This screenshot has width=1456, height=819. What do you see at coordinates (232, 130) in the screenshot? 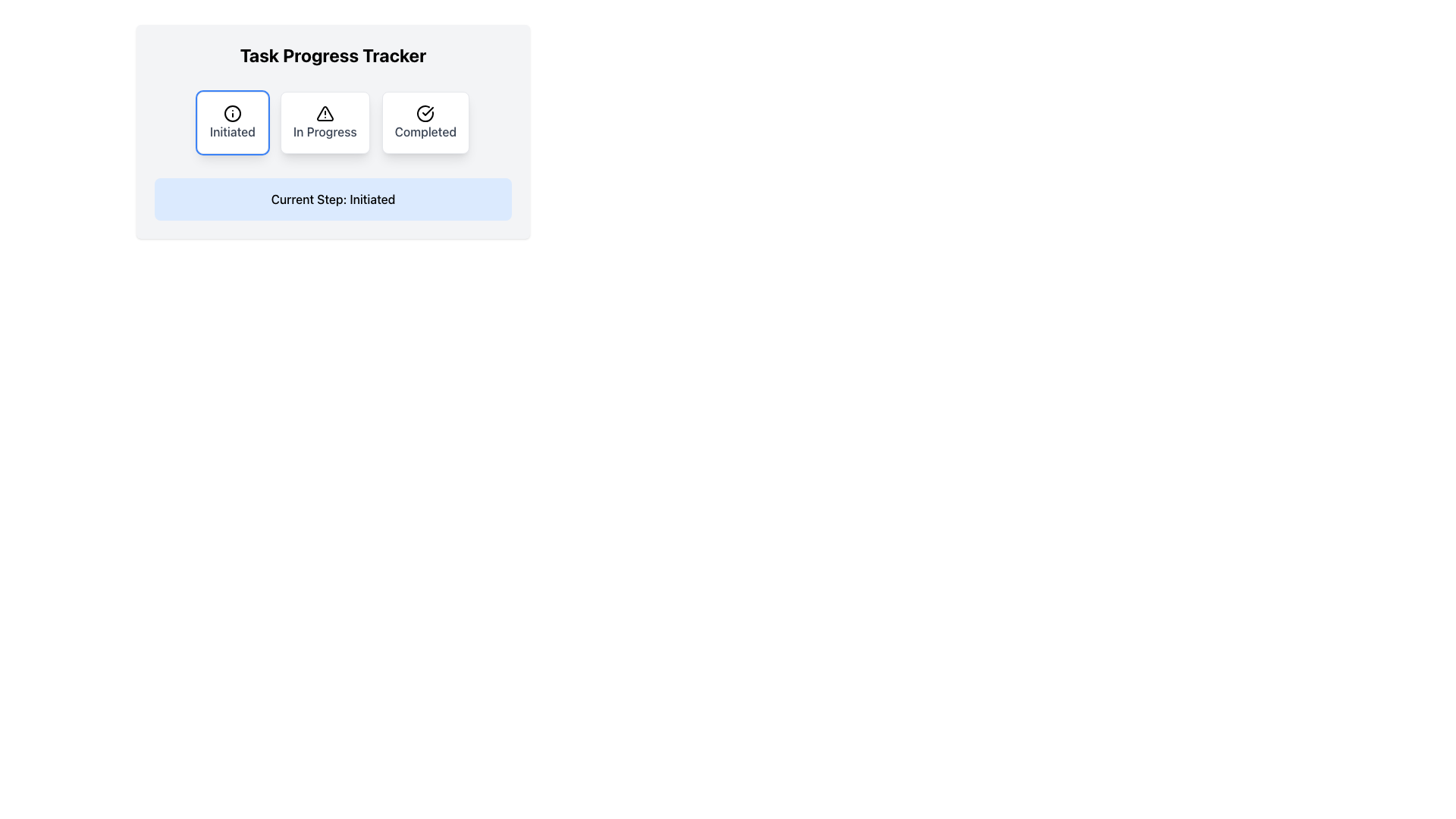
I see `the label for the button indicating the 'Initiated' state in the task progress tracker, located within the first button at the top of the interface` at bounding box center [232, 130].